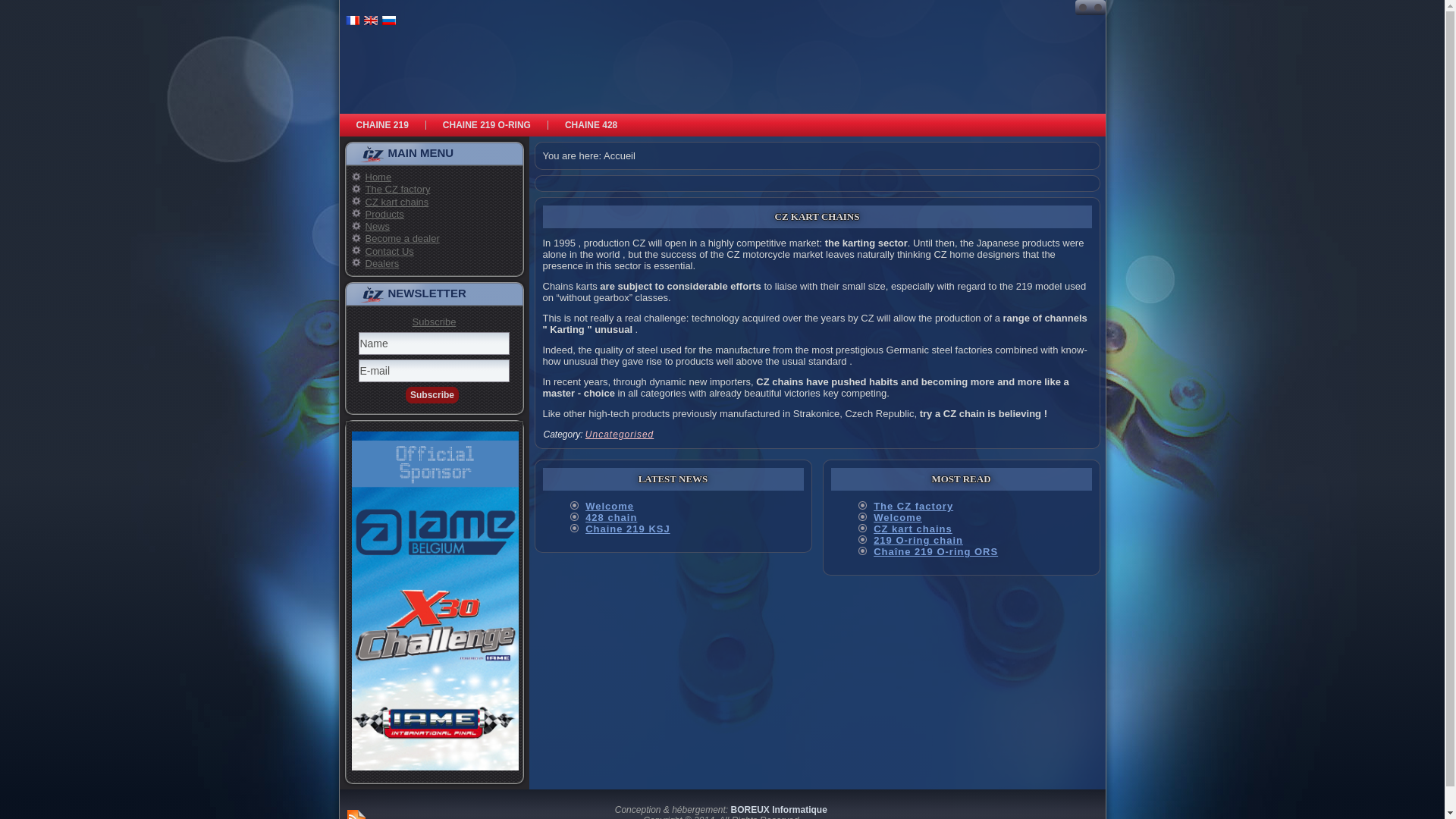  I want to click on 'English (UK)', so click(362, 20).